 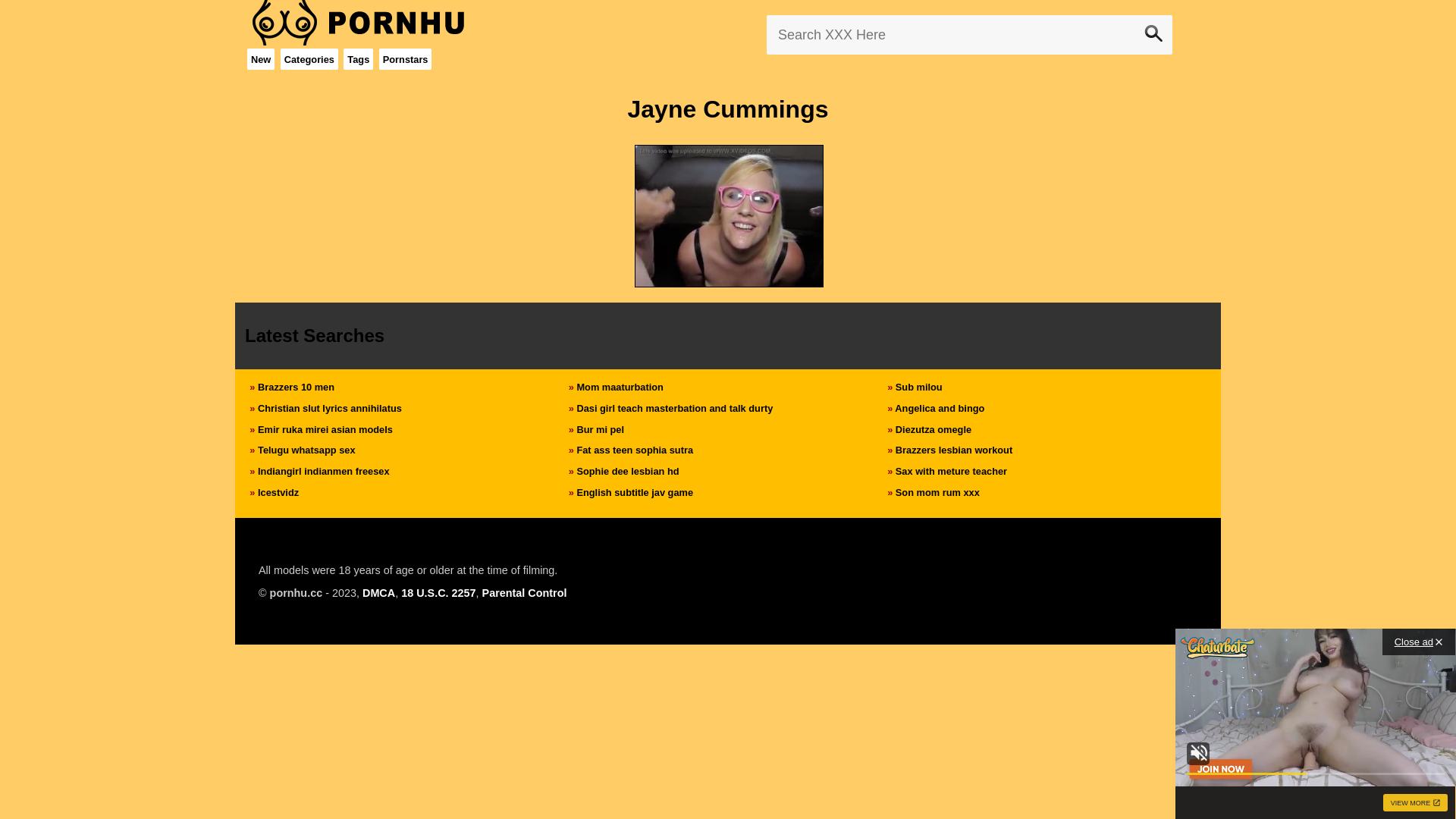 I want to click on 'Mom maaturbation', so click(x=619, y=386).